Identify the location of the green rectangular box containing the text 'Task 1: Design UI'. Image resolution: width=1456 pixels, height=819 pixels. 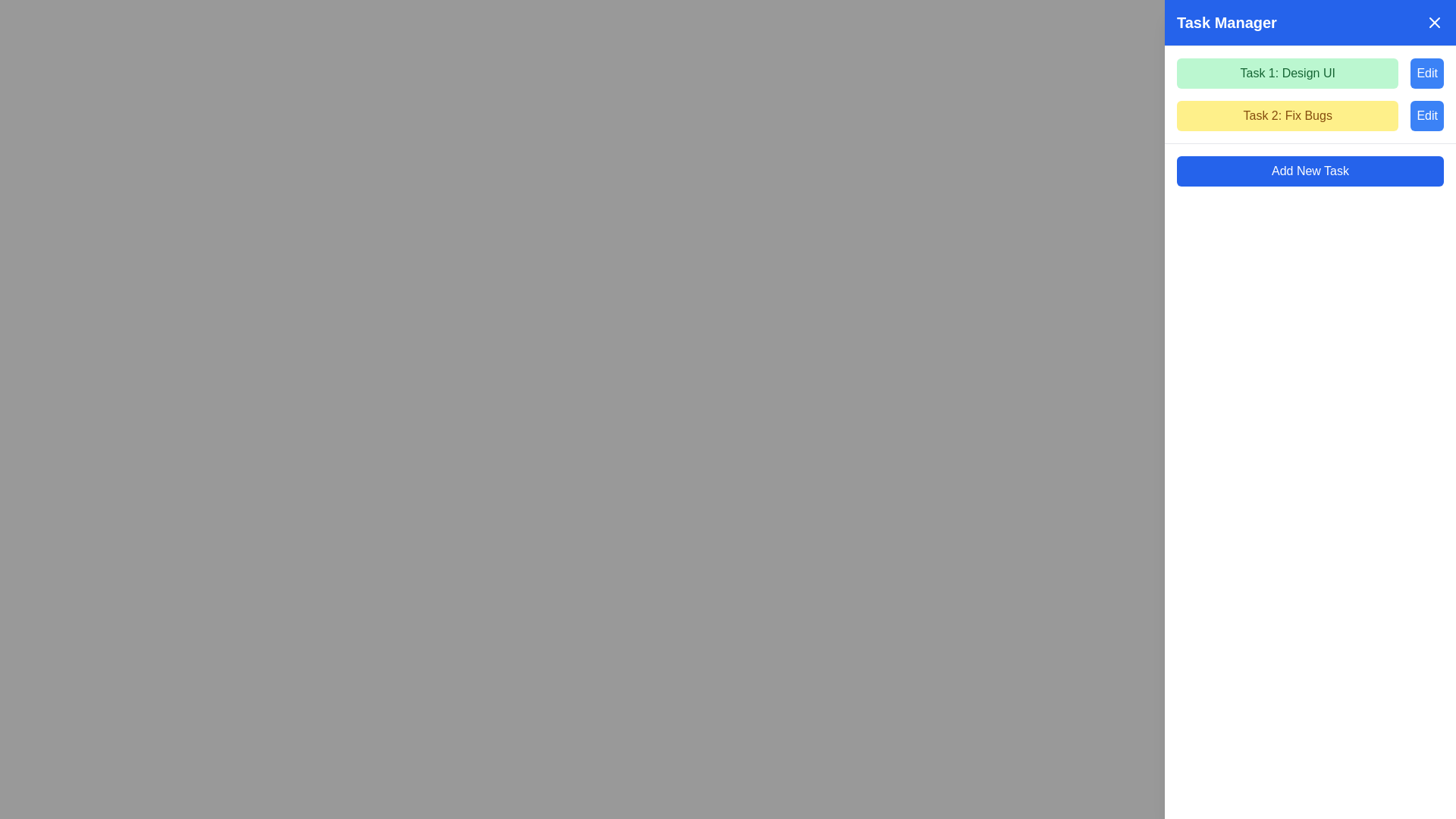
(1287, 73).